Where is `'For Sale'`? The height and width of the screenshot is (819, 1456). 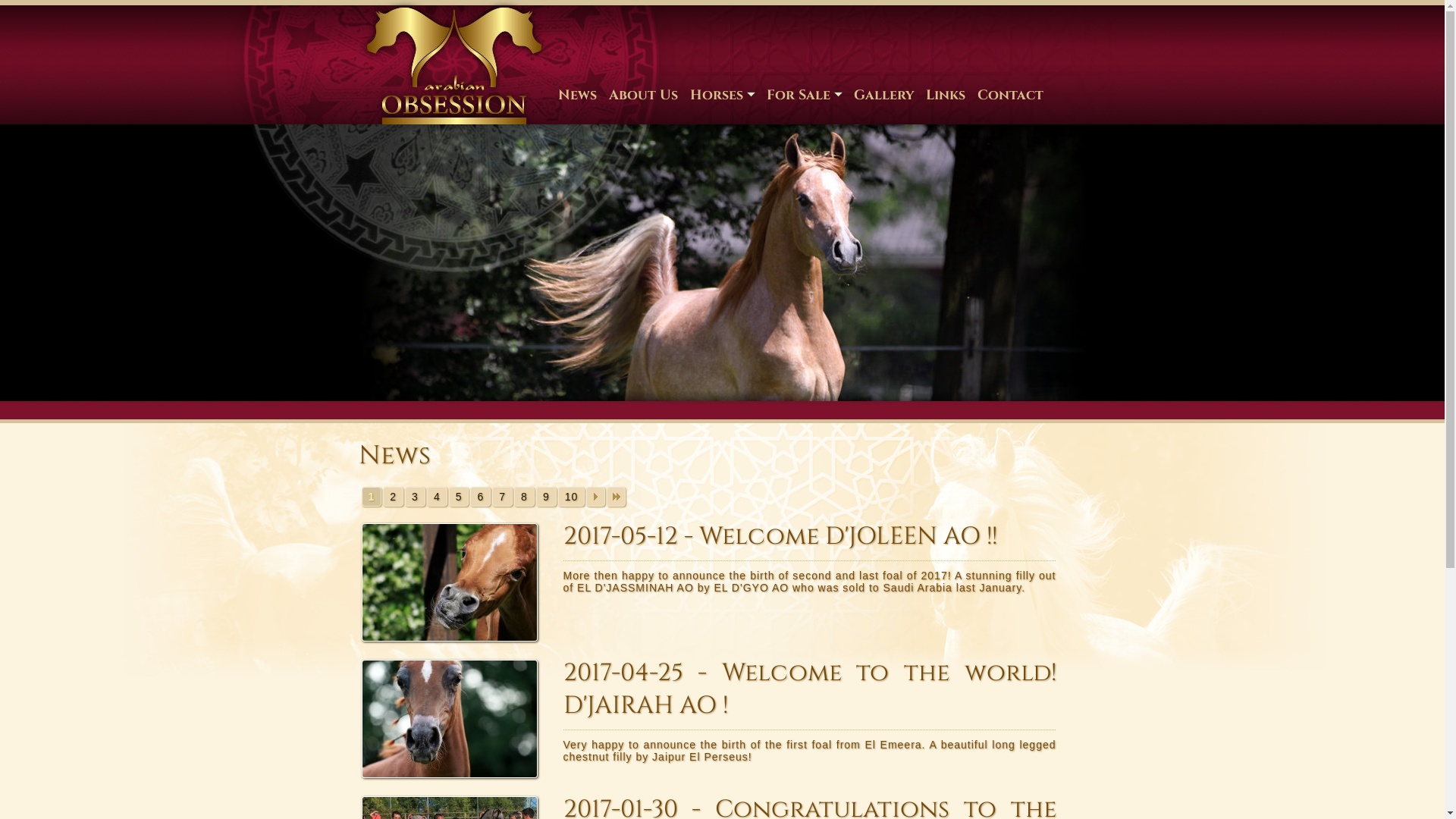 'For Sale' is located at coordinates (760, 94).